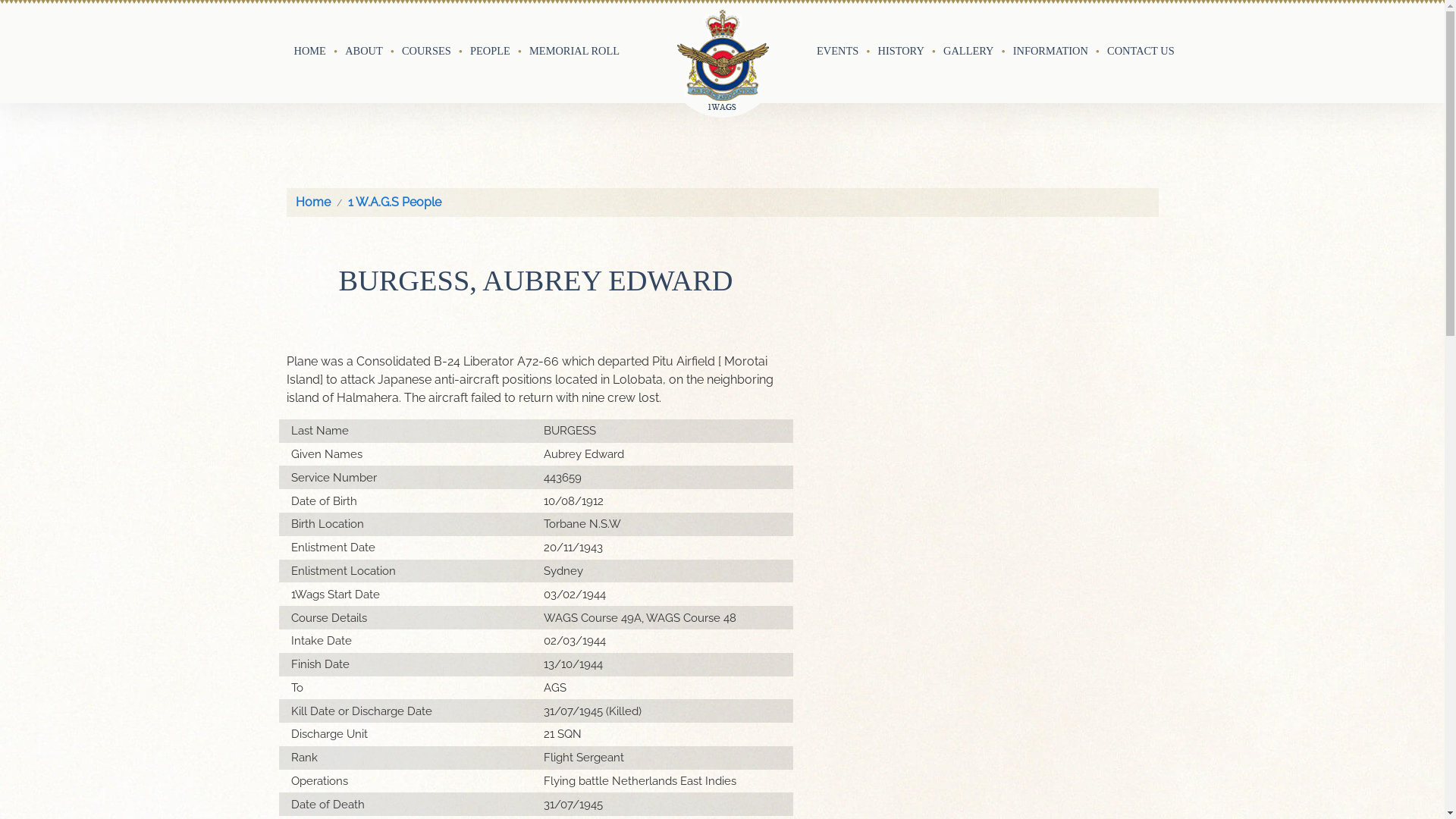 This screenshot has height=819, width=1456. I want to click on 'EVENTS', so click(808, 50).